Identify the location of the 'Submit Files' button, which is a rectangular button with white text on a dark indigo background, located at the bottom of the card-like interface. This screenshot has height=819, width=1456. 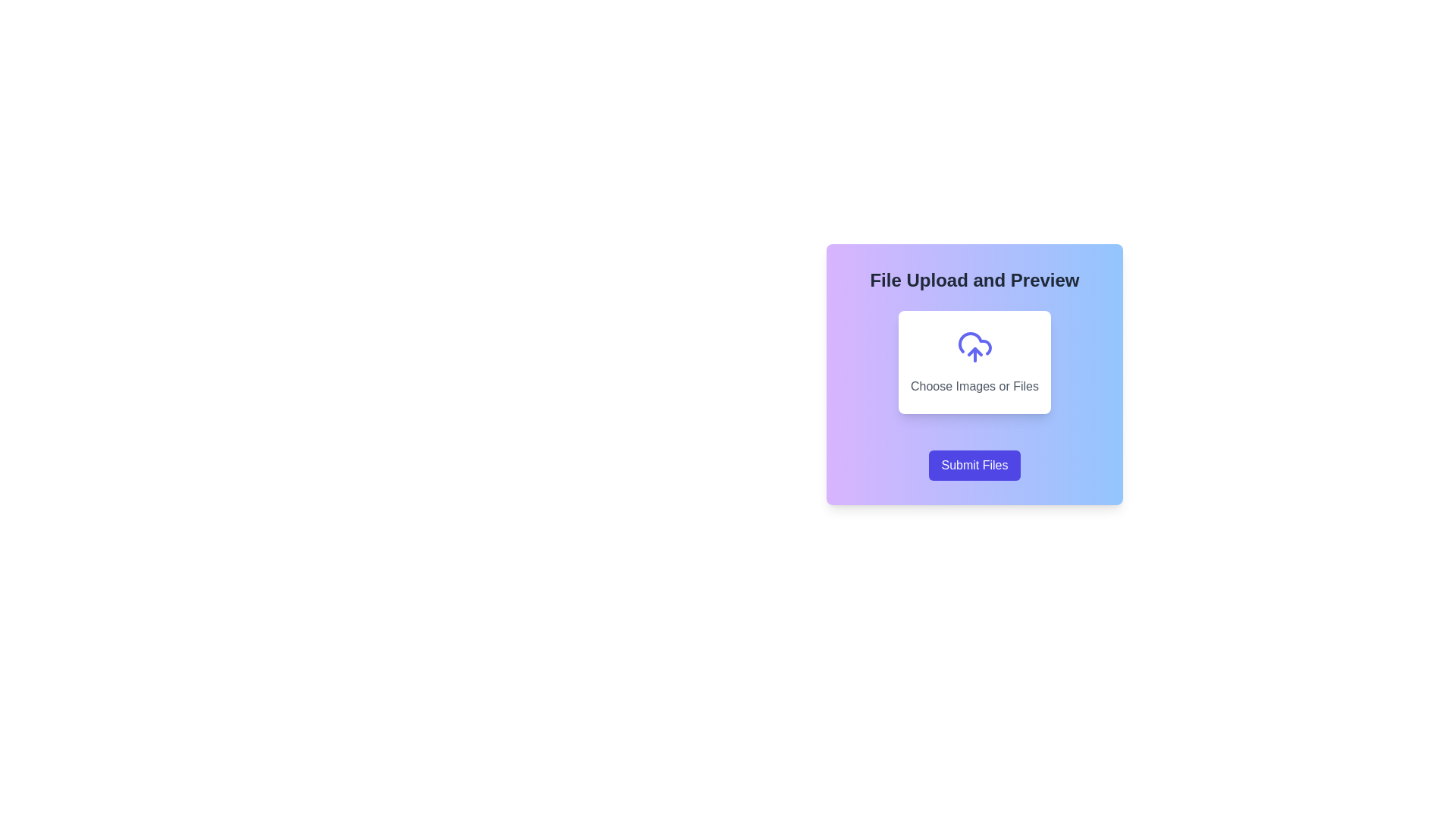
(974, 464).